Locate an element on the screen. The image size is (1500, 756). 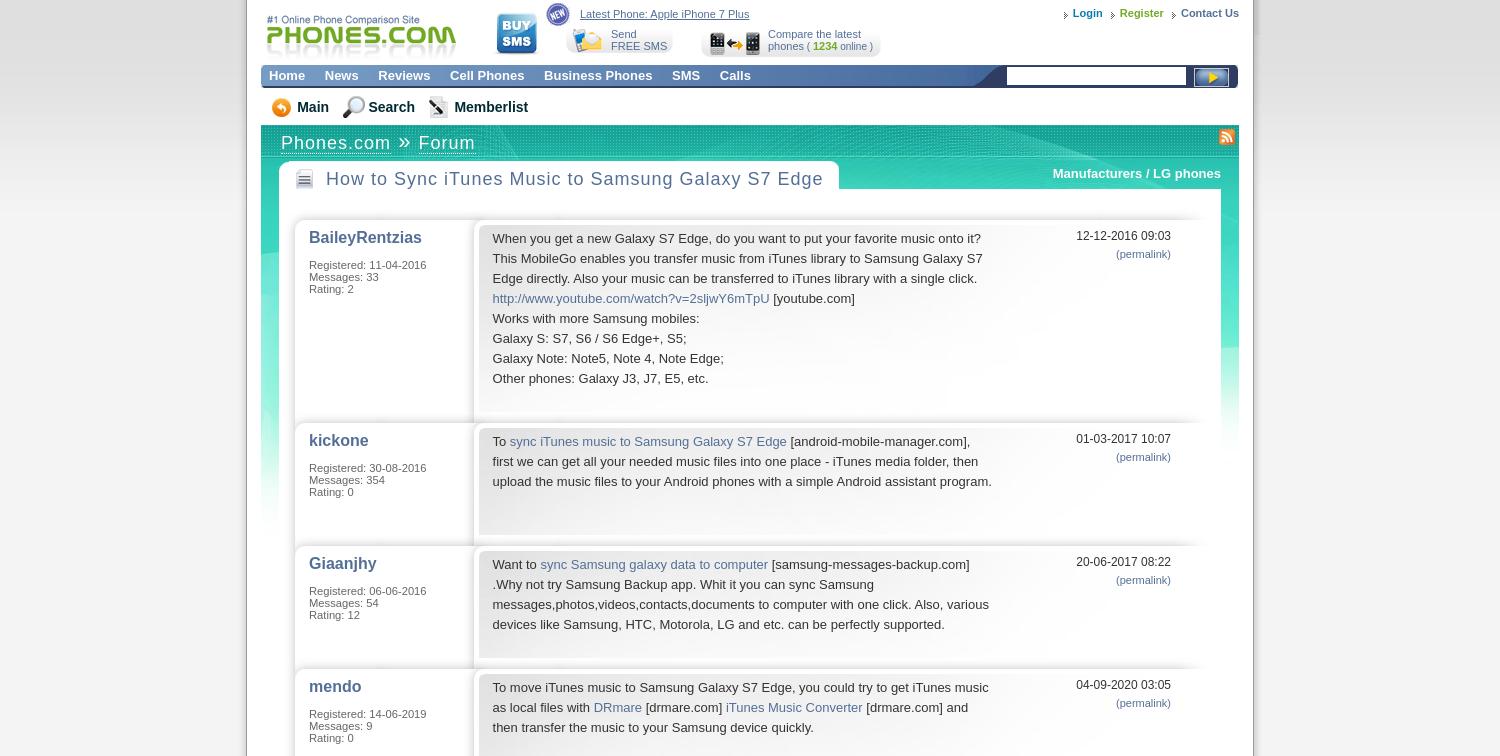
'mendo' is located at coordinates (333, 686).